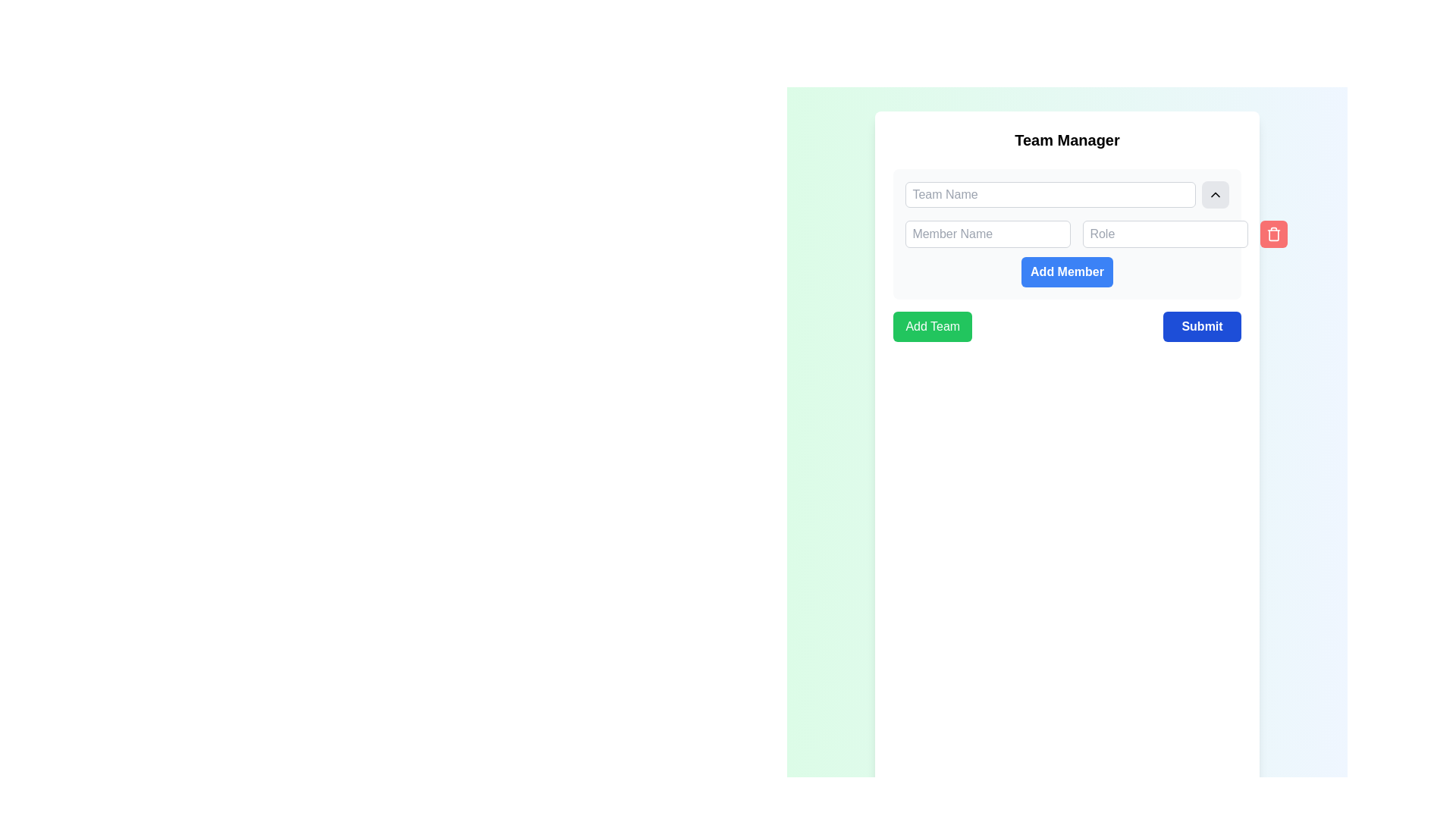 The height and width of the screenshot is (819, 1456). What do you see at coordinates (1274, 234) in the screenshot?
I see `the delete button located to the far right of the 'Member Name' and 'Role' input fields under the 'Team Manager' section` at bounding box center [1274, 234].